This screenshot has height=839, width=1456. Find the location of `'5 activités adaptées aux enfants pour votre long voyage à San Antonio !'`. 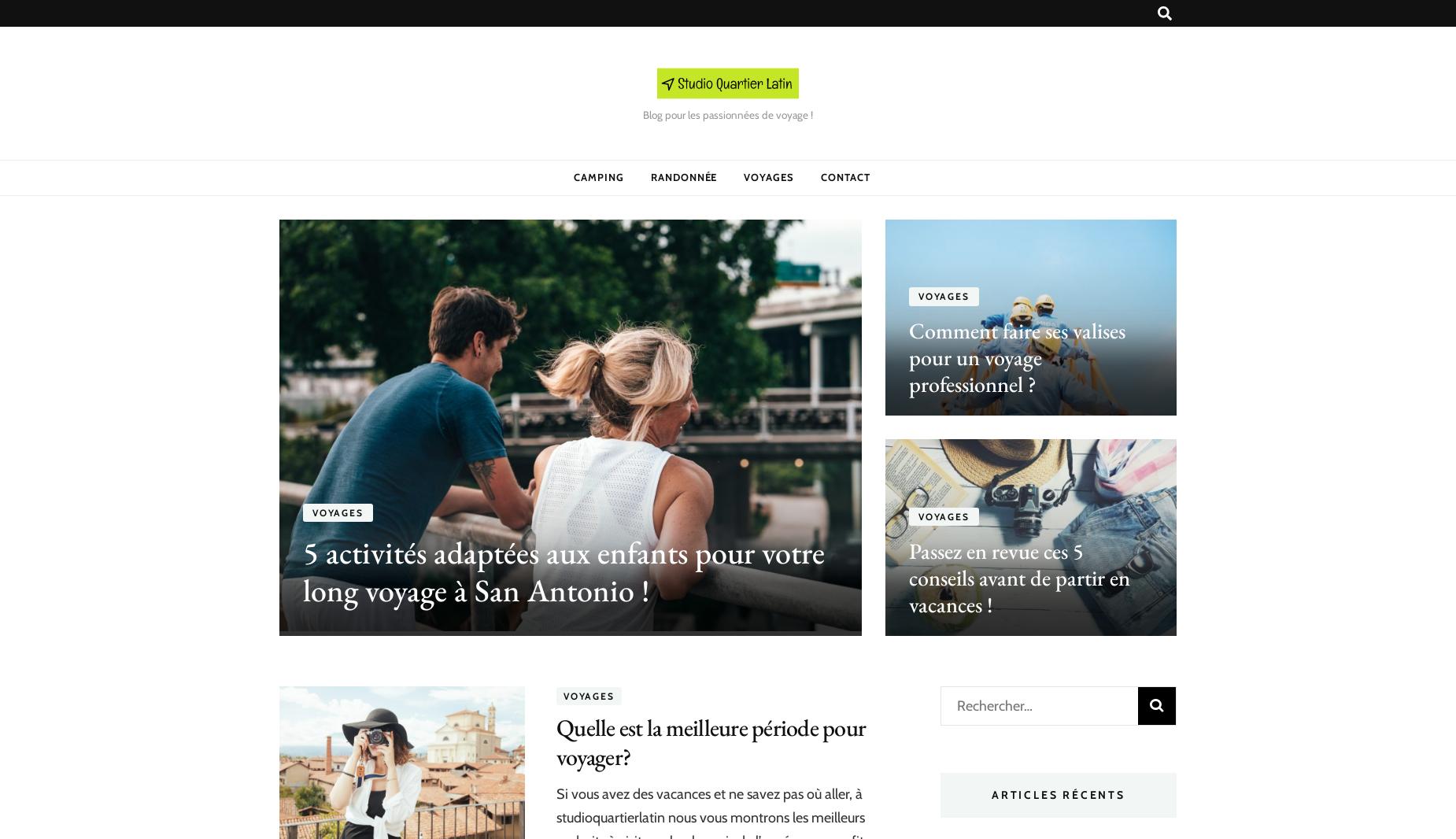

'5 activités adaptées aux enfants pour votre long voyage à San Antonio !' is located at coordinates (301, 570).